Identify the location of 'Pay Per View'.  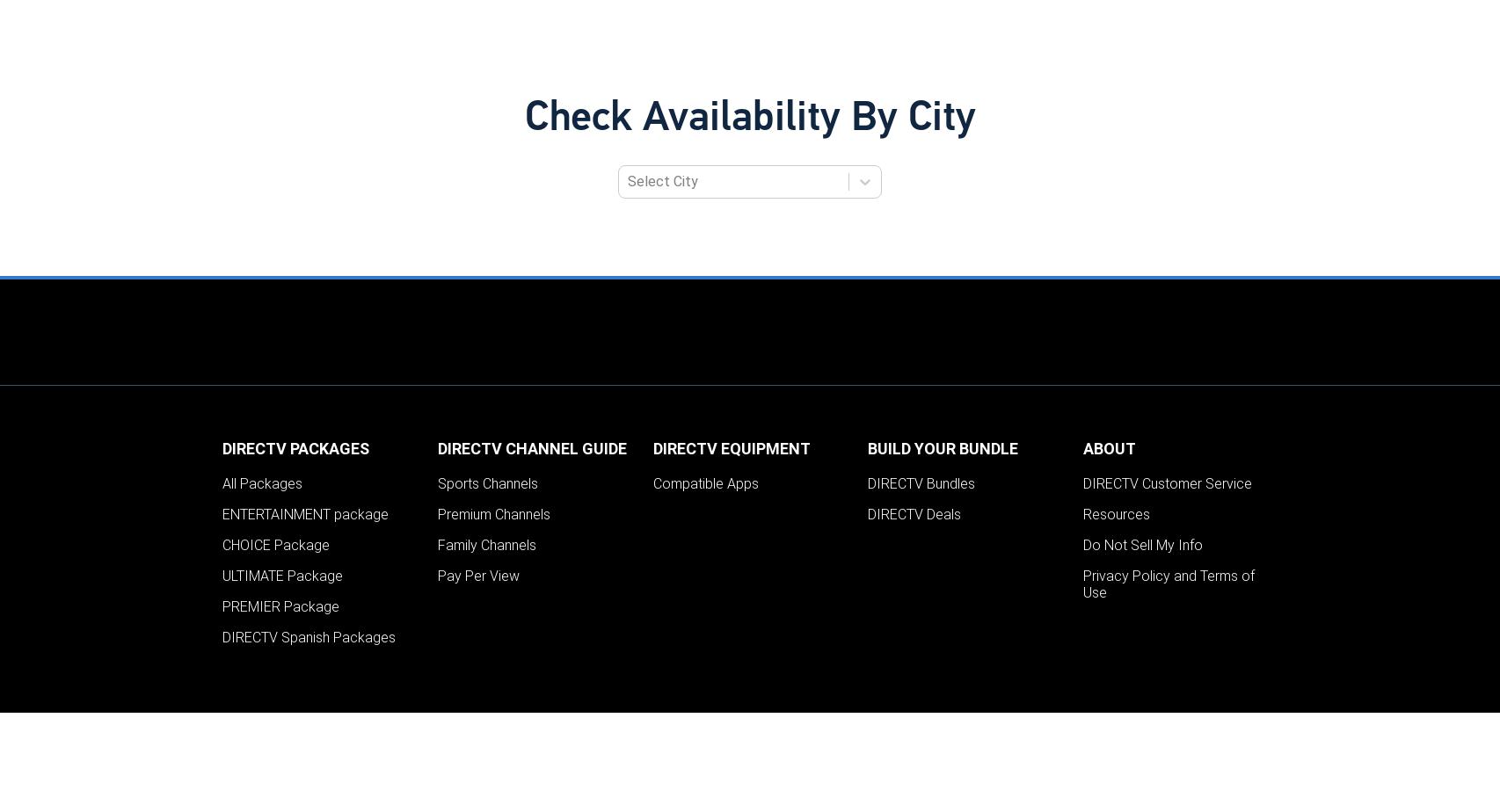
(477, 575).